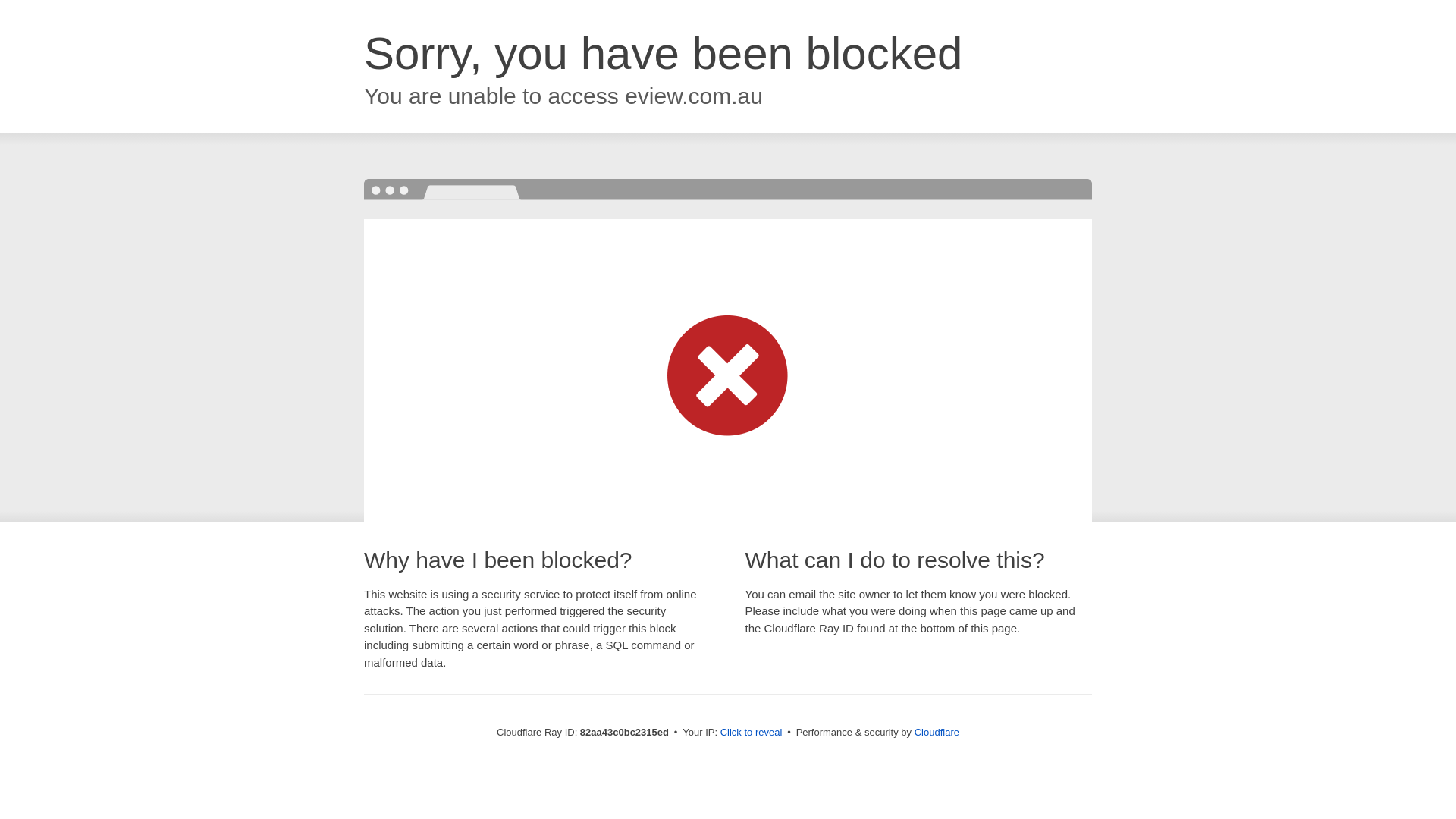 Image resolution: width=1456 pixels, height=819 pixels. Describe the element at coordinates (936, 731) in the screenshot. I see `'Cloudflare'` at that location.